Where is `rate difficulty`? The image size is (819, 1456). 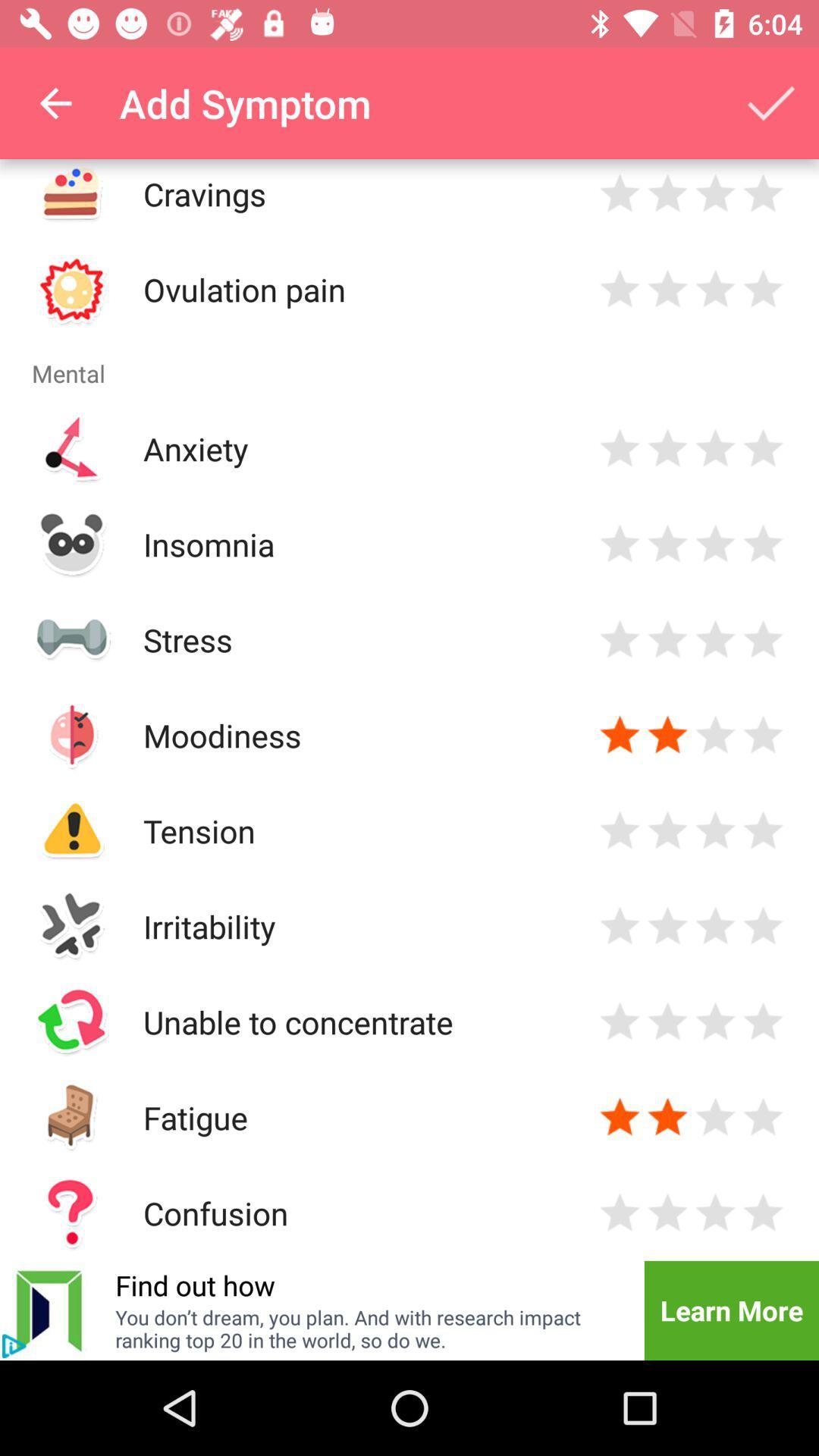
rate difficulty is located at coordinates (763, 1021).